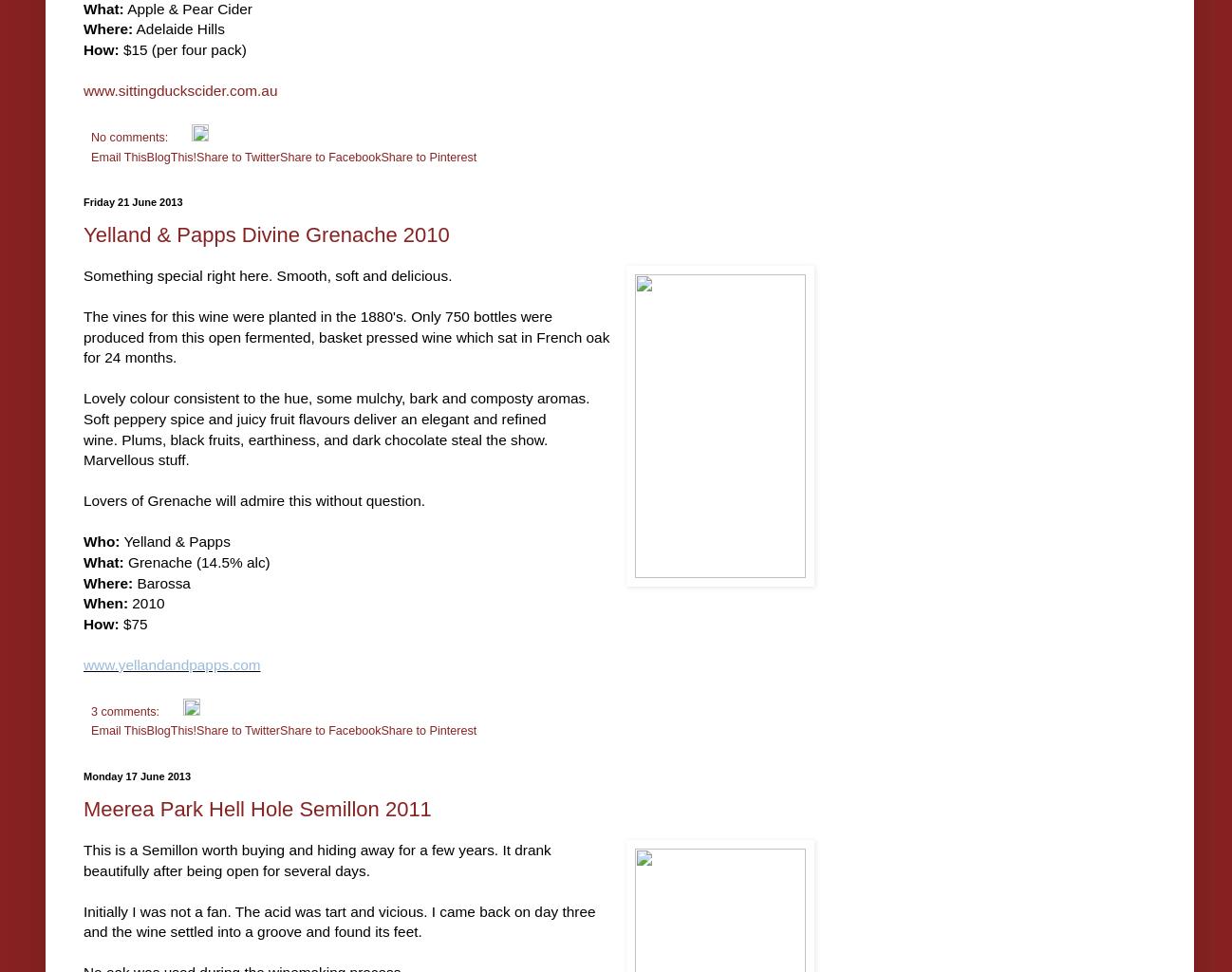 Image resolution: width=1232 pixels, height=972 pixels. I want to click on 'www.yellandandpapps.com', so click(84, 664).